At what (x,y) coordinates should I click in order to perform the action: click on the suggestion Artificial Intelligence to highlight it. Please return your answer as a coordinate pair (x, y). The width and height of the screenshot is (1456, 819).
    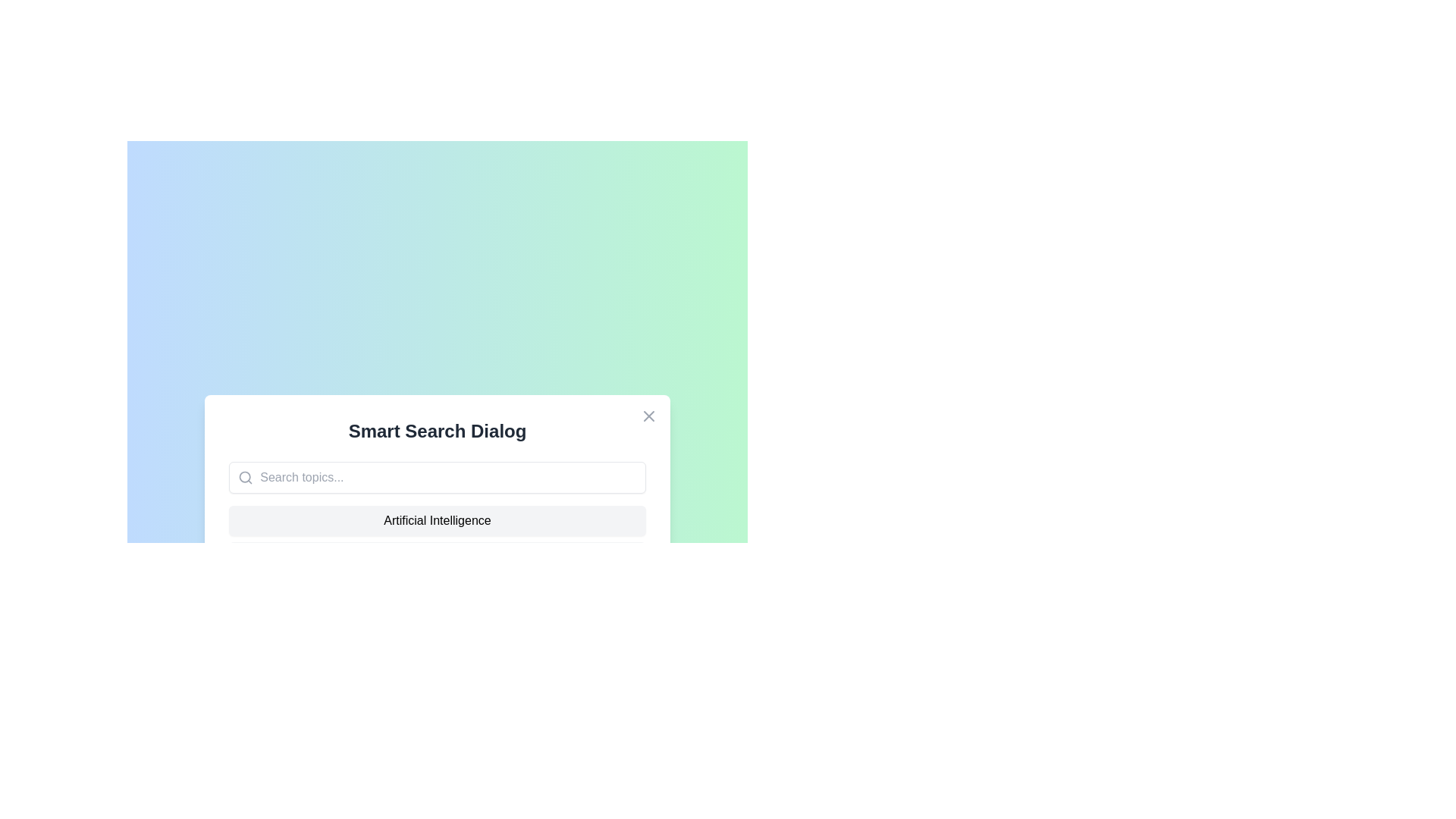
    Looking at the image, I should click on (436, 519).